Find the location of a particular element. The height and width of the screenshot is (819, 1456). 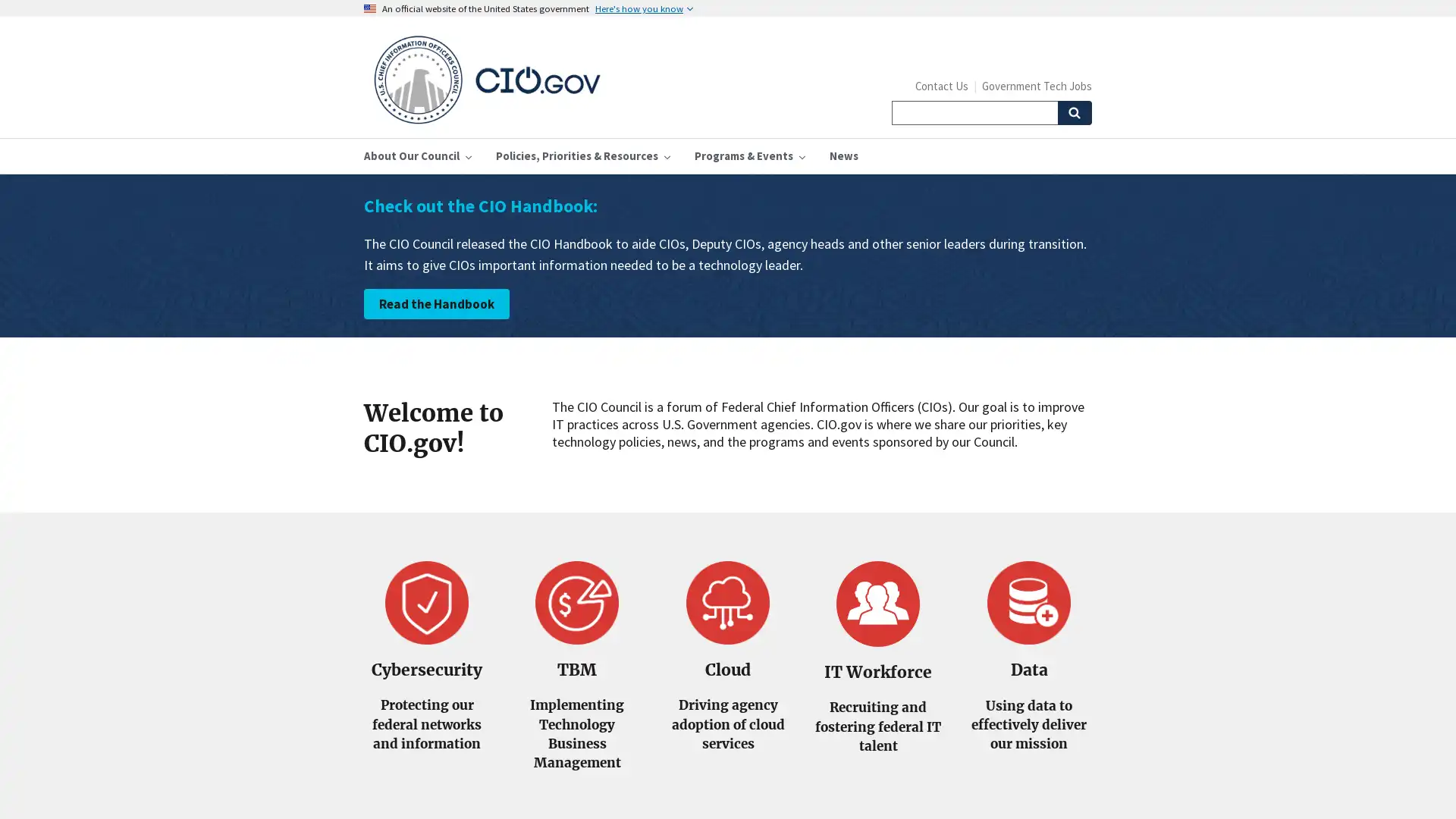

Policies, Priorities & Resources is located at coordinates (582, 155).